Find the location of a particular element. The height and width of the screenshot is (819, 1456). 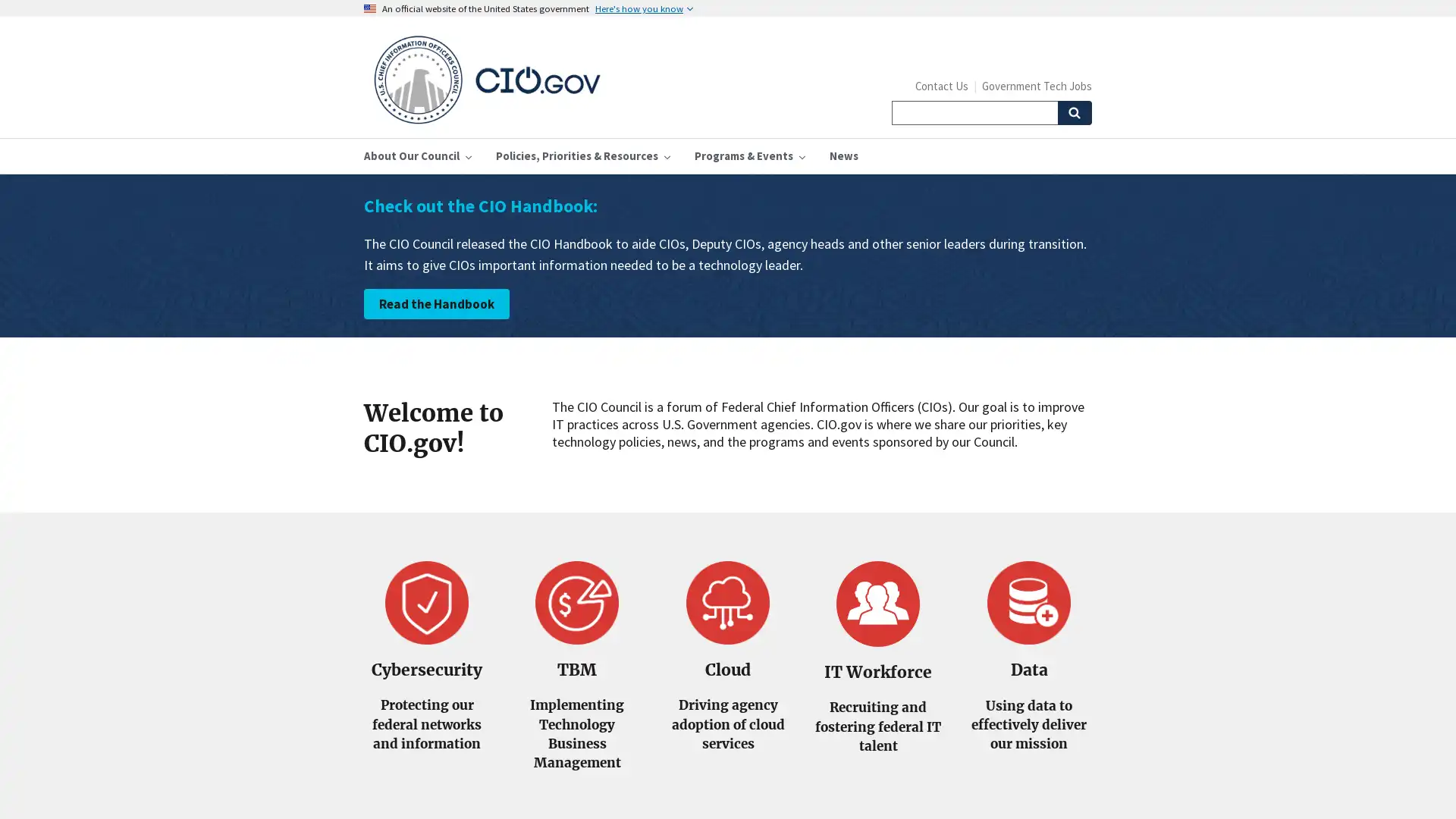

Policies, Priorities & Resources is located at coordinates (582, 155).